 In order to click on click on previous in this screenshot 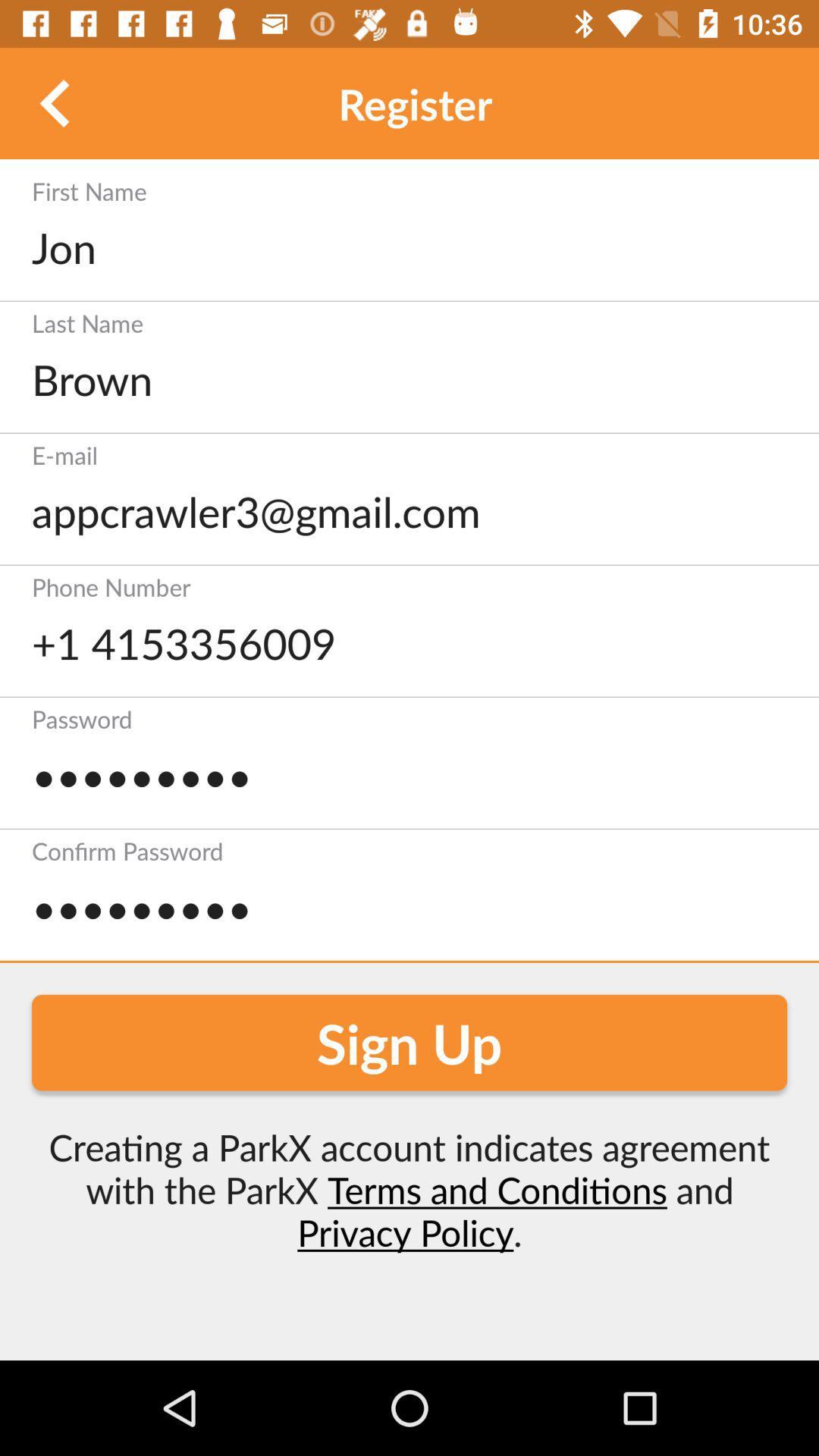, I will do `click(55, 102)`.